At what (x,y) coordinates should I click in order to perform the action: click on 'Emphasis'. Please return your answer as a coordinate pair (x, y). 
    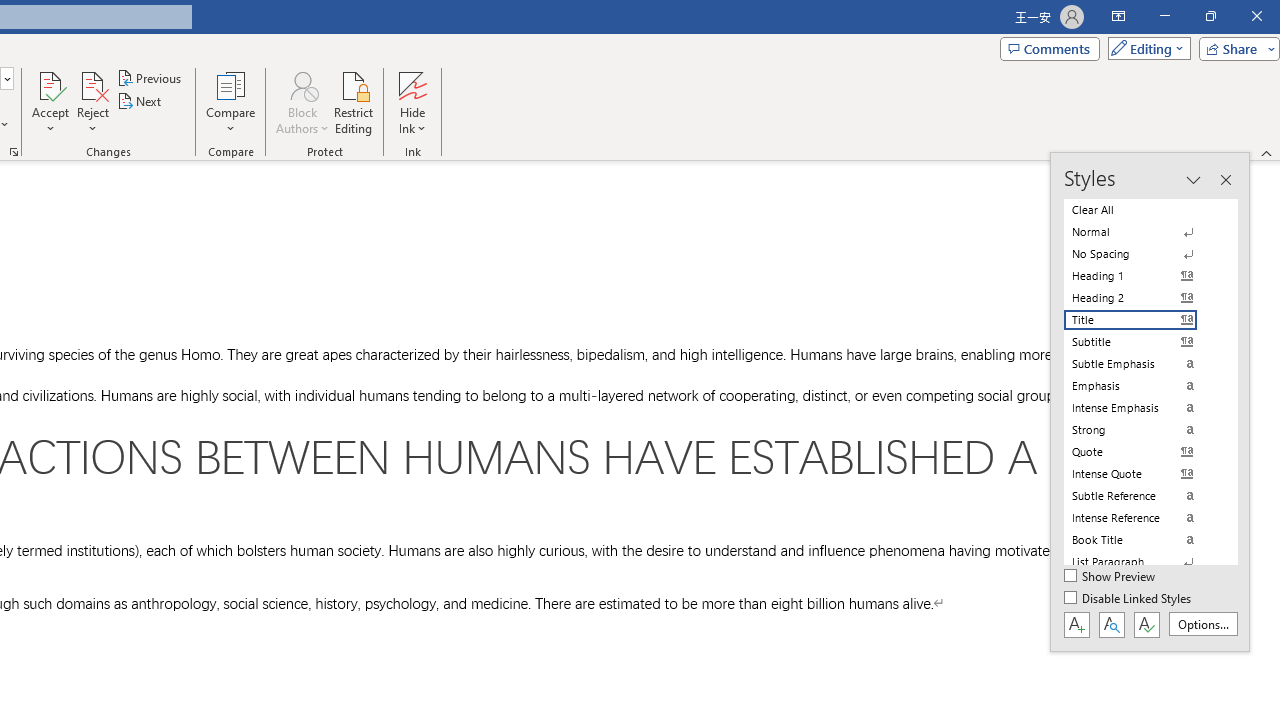
    Looking at the image, I should click on (1142, 385).